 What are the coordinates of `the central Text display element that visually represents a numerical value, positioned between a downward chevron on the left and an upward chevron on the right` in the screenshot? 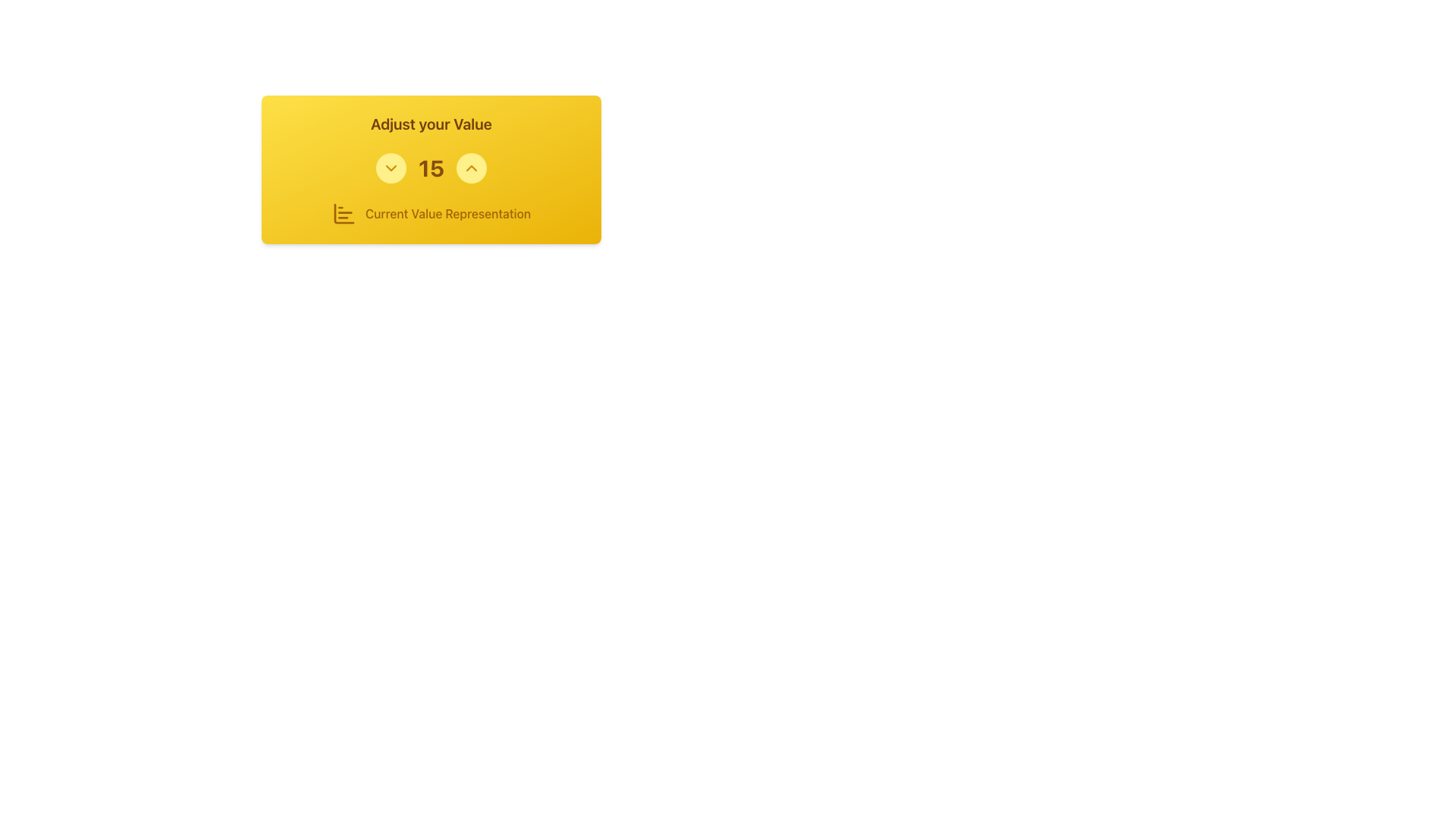 It's located at (430, 168).